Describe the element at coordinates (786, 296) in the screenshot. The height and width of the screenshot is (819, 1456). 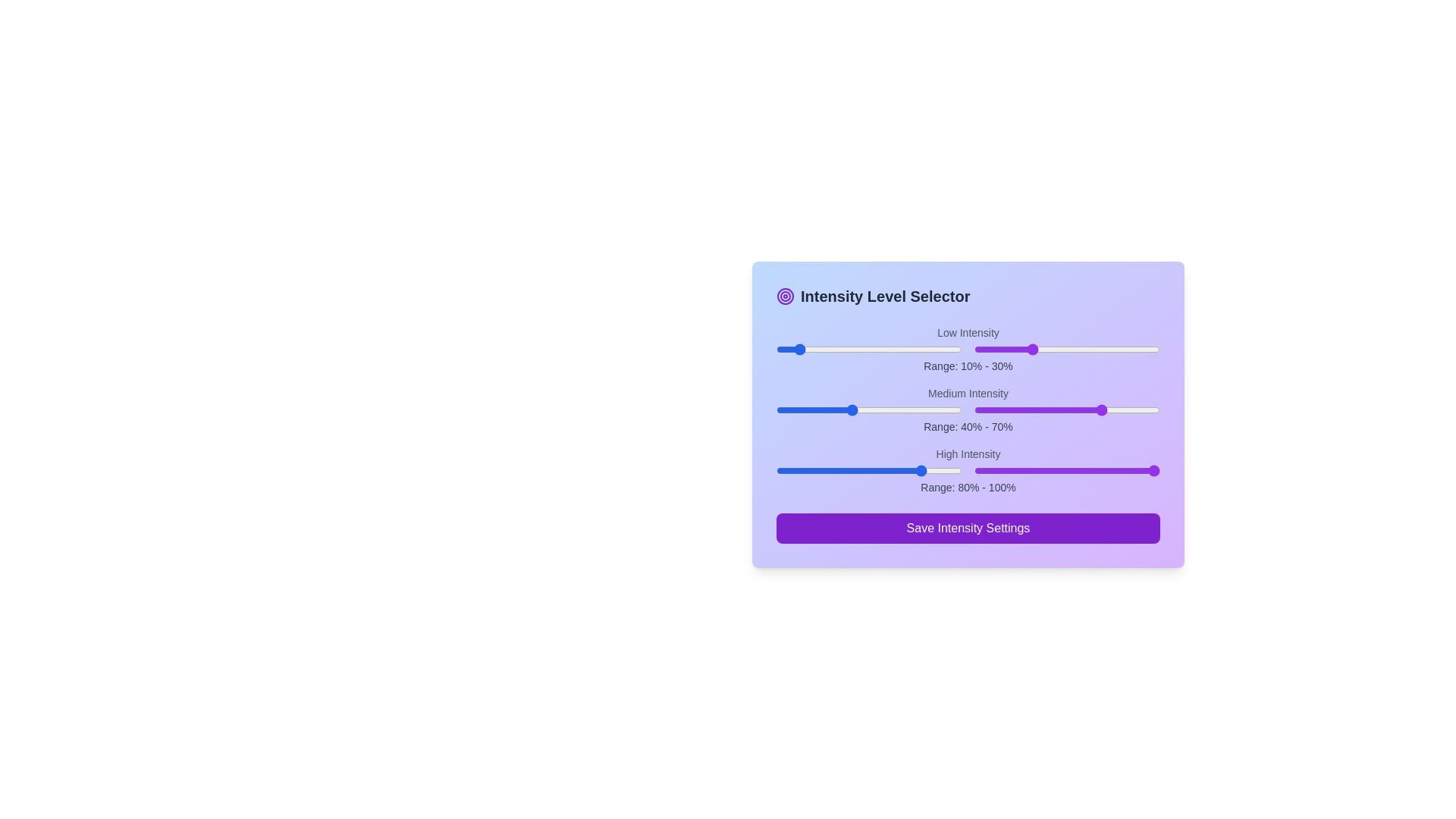
I see `the graphical icon to explore its functionality` at that location.